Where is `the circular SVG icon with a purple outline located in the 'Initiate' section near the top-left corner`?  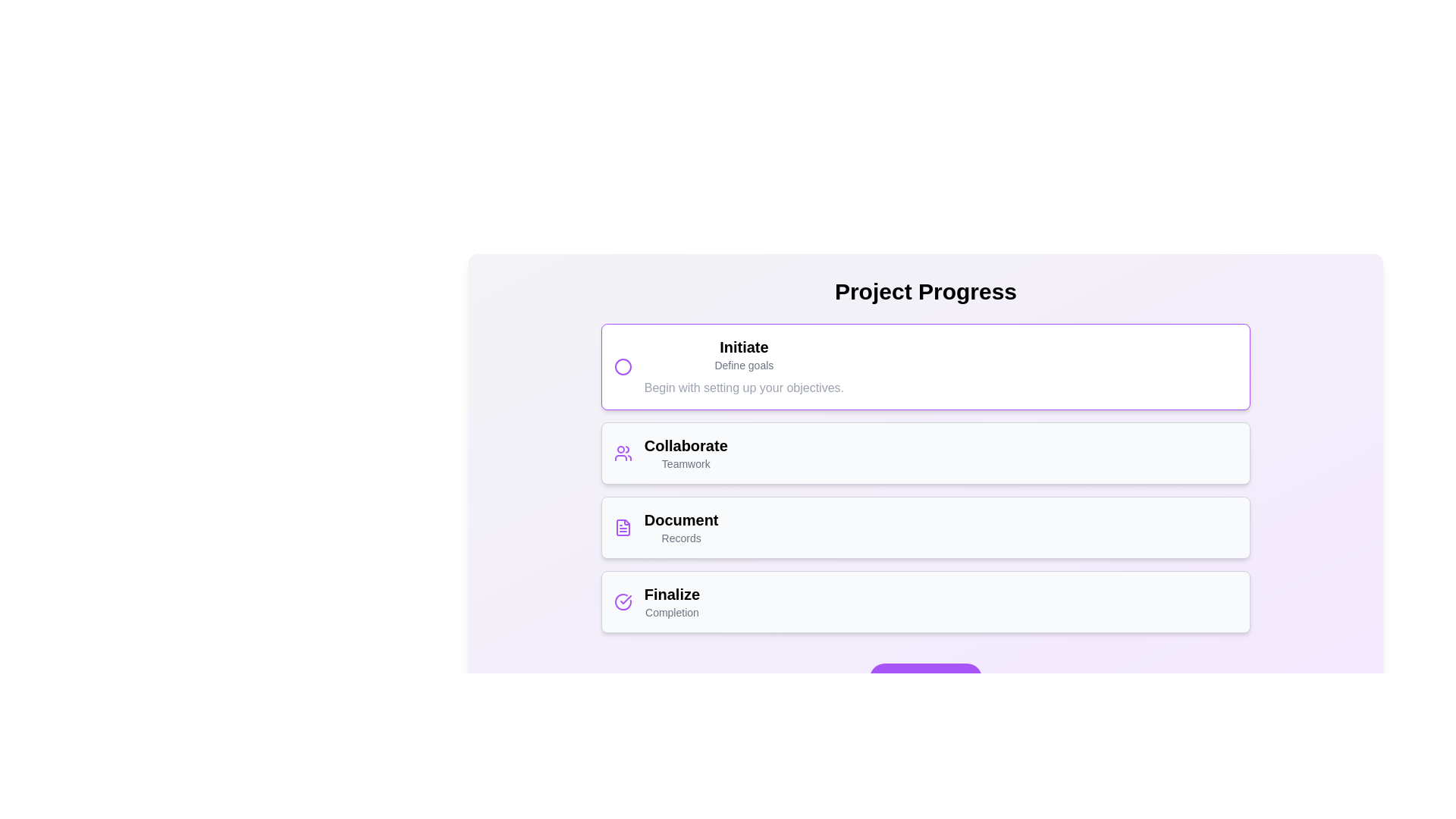 the circular SVG icon with a purple outline located in the 'Initiate' section near the top-left corner is located at coordinates (623, 366).